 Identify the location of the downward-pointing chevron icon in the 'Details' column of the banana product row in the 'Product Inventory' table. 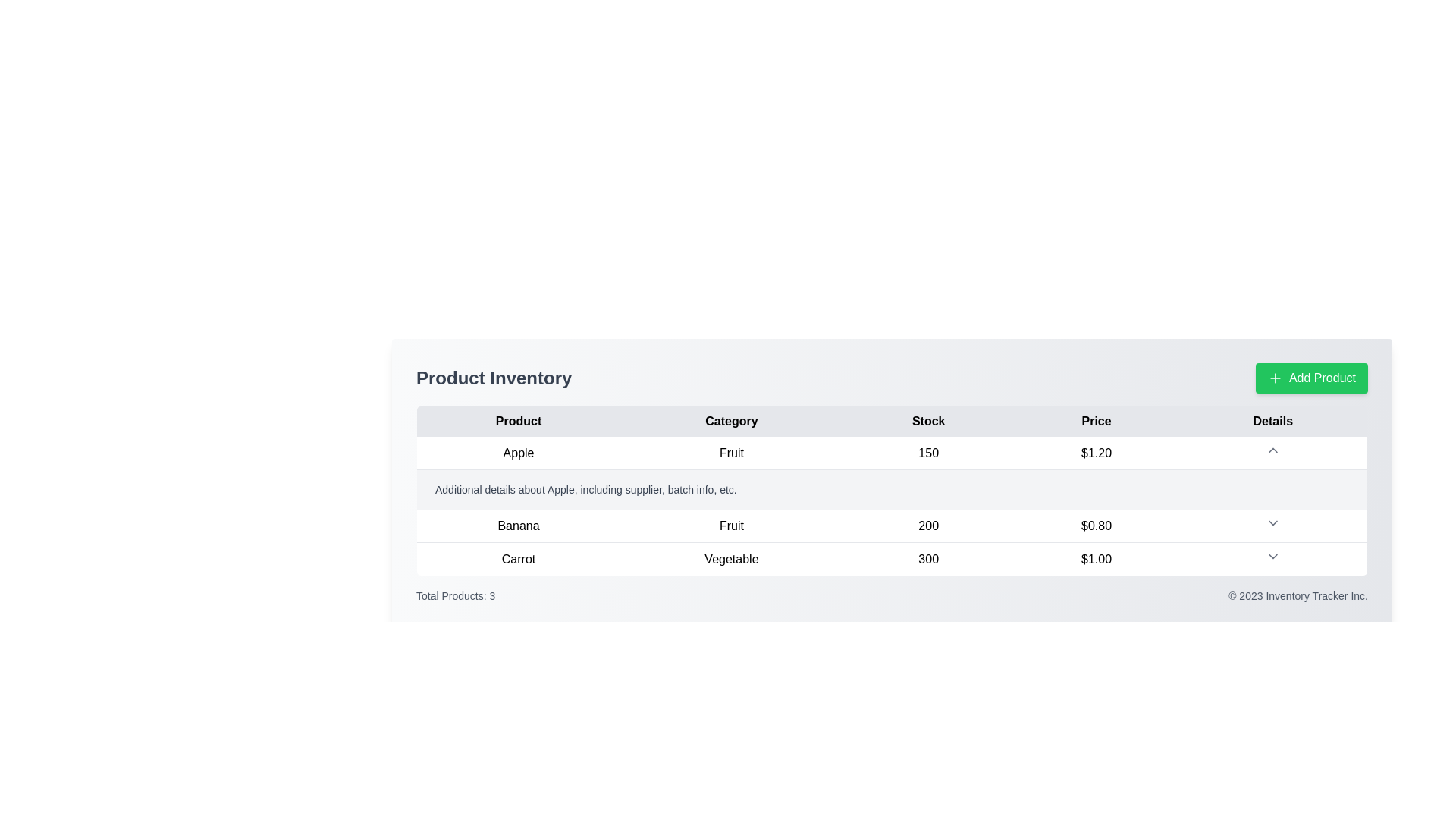
(1272, 522).